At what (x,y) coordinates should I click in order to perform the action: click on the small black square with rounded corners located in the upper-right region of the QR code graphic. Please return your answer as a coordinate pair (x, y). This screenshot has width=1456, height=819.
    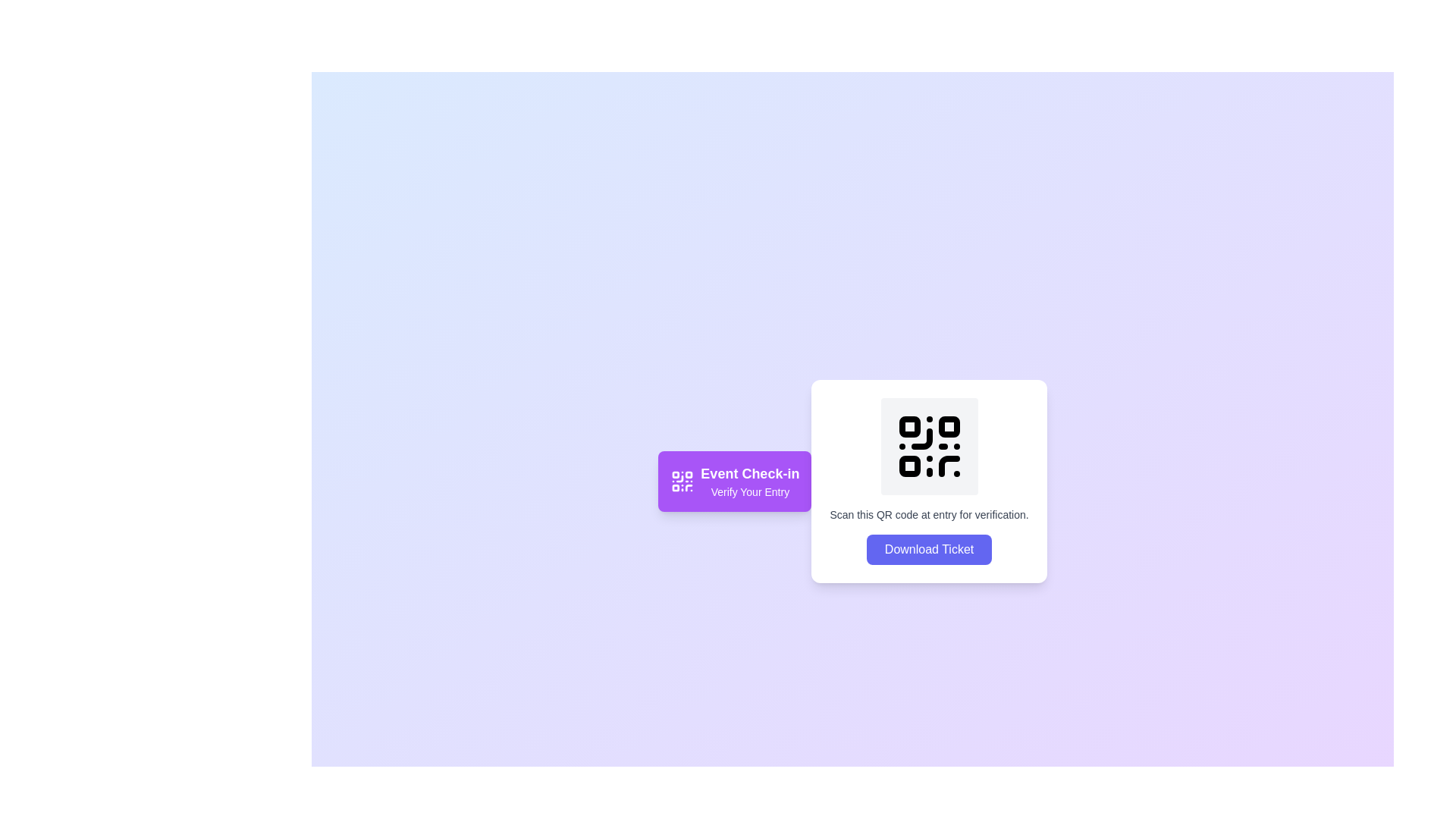
    Looking at the image, I should click on (948, 427).